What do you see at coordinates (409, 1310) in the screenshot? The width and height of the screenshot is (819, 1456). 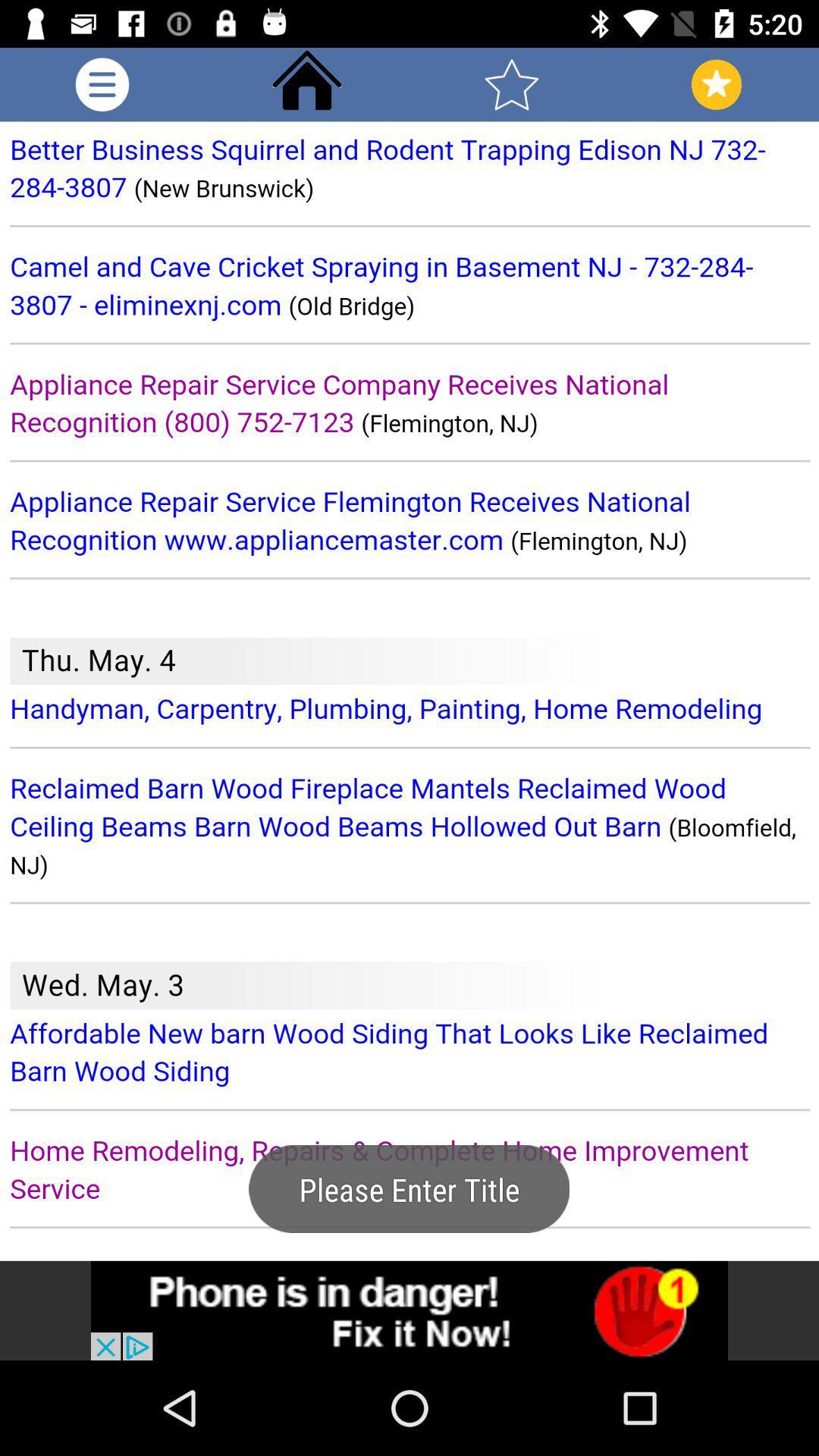 I see `advertisement` at bounding box center [409, 1310].